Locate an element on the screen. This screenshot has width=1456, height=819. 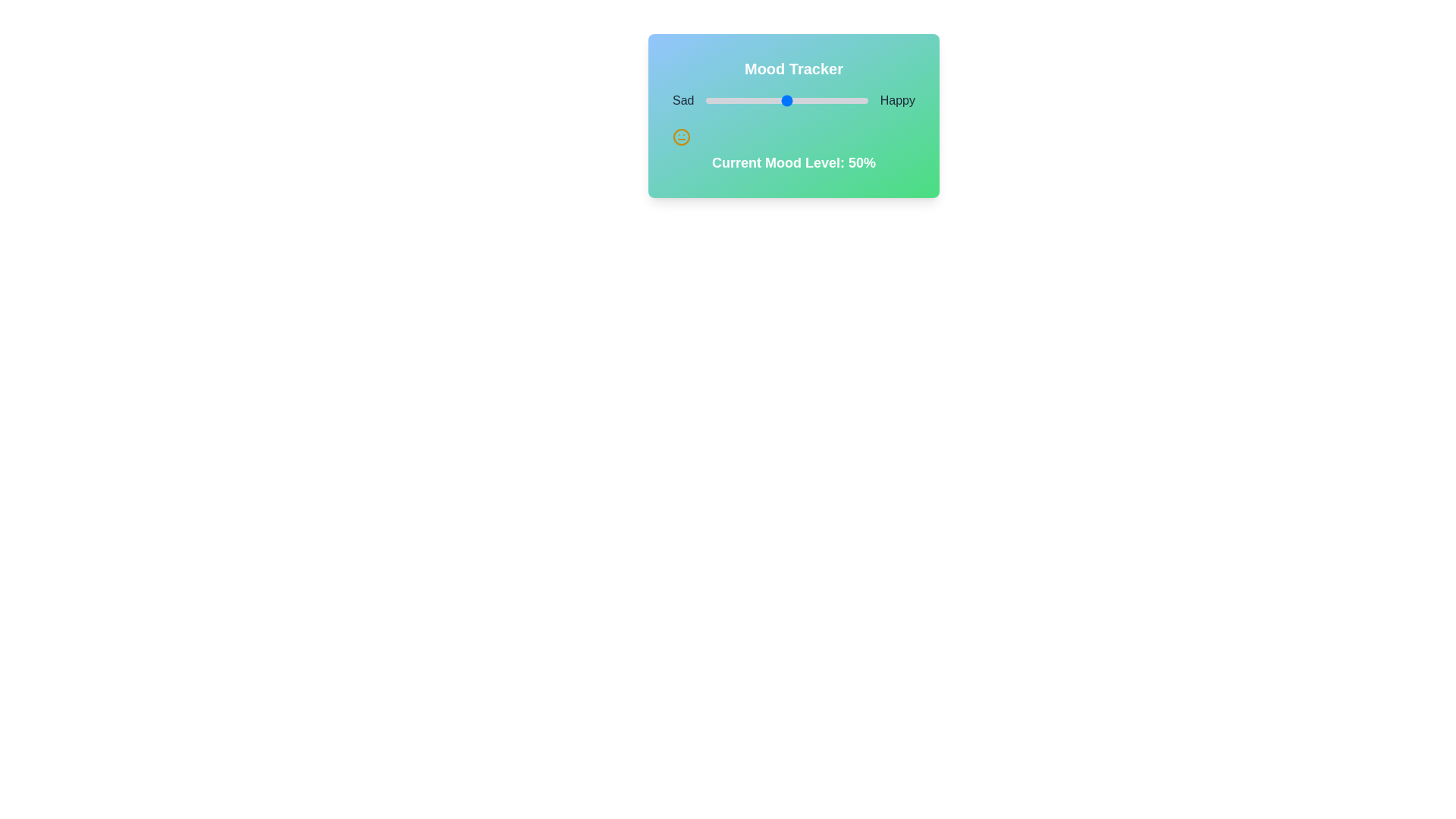
the mood slider to set the mood value to 12 is located at coordinates (725, 100).